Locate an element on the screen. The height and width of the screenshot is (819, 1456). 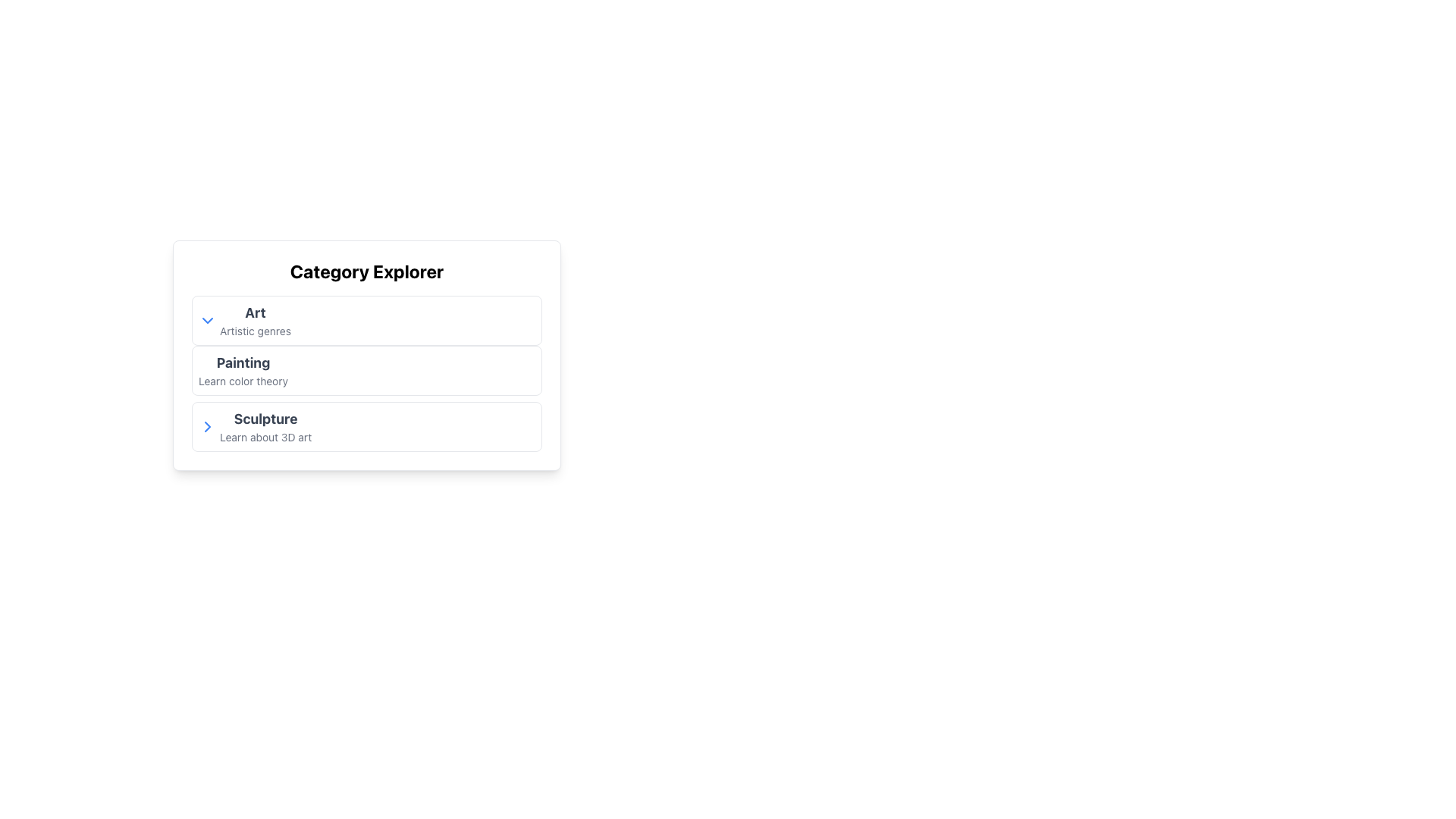
the list item titled 'Sculpture' with a subtitle 'Learn about 3D art' is located at coordinates (367, 427).